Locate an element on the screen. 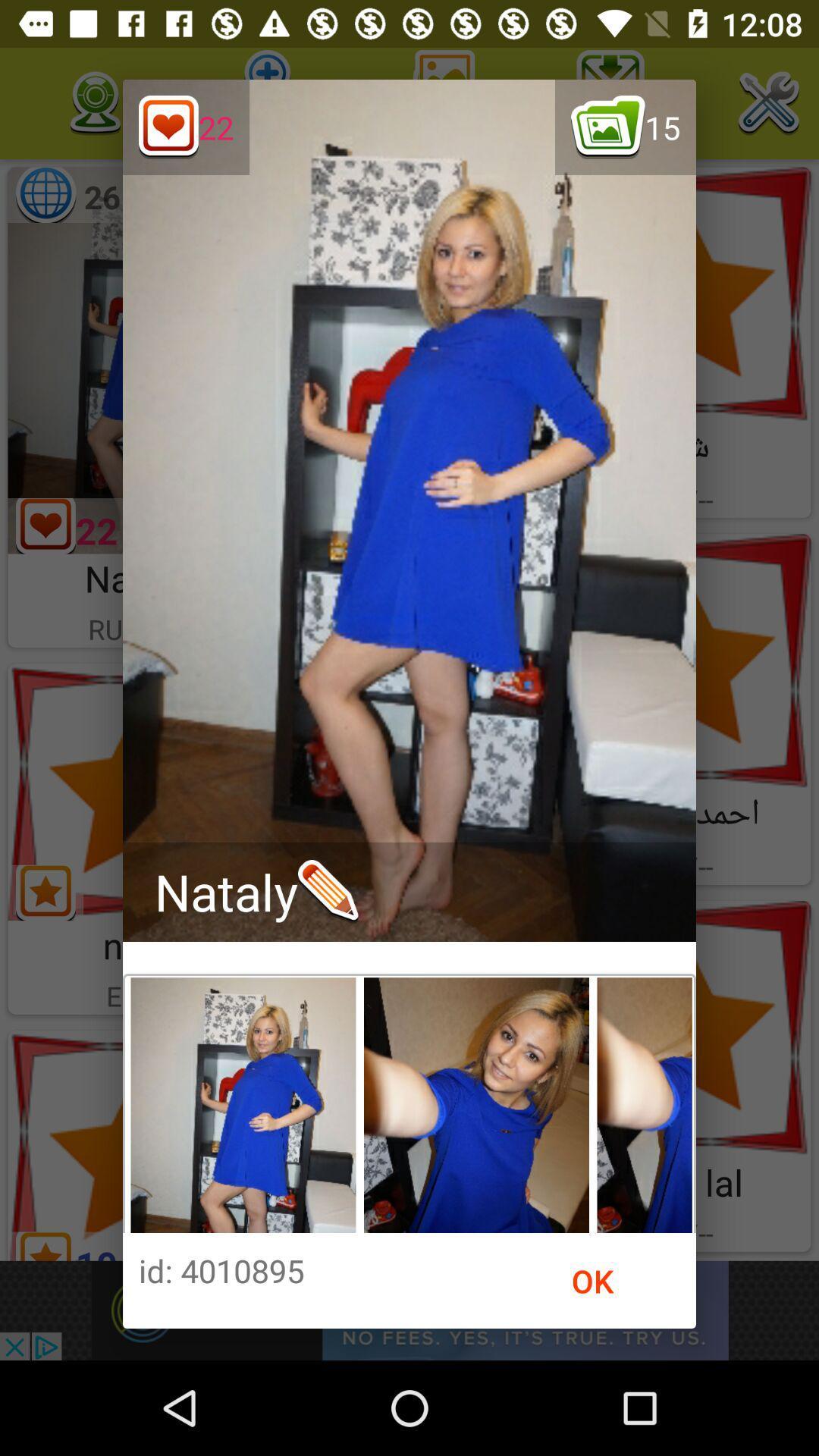 The image size is (819, 1456). ok item is located at coordinates (591, 1280).